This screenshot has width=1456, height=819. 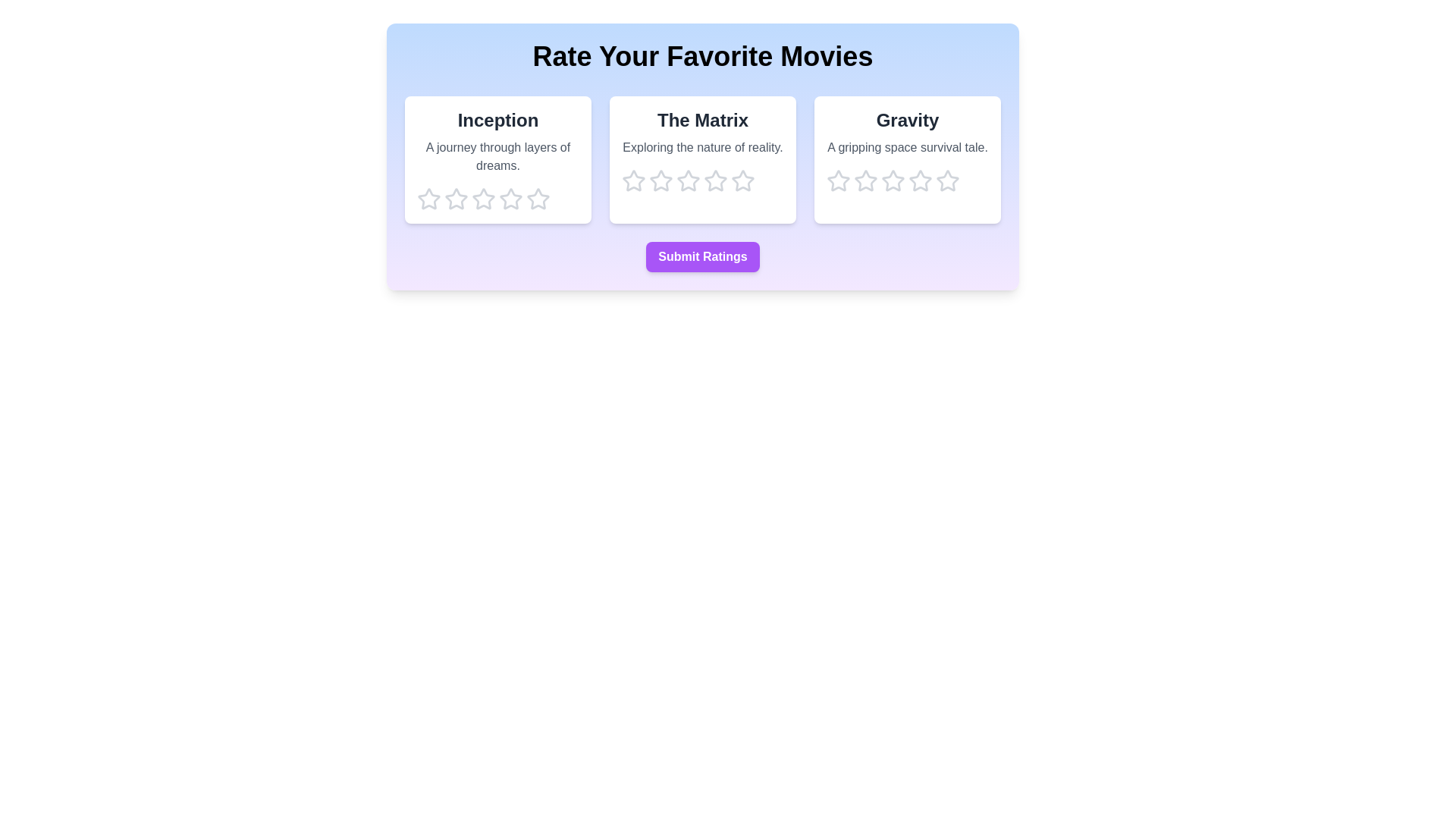 I want to click on the star corresponding to 1 for the movie Gravity, so click(x=837, y=180).